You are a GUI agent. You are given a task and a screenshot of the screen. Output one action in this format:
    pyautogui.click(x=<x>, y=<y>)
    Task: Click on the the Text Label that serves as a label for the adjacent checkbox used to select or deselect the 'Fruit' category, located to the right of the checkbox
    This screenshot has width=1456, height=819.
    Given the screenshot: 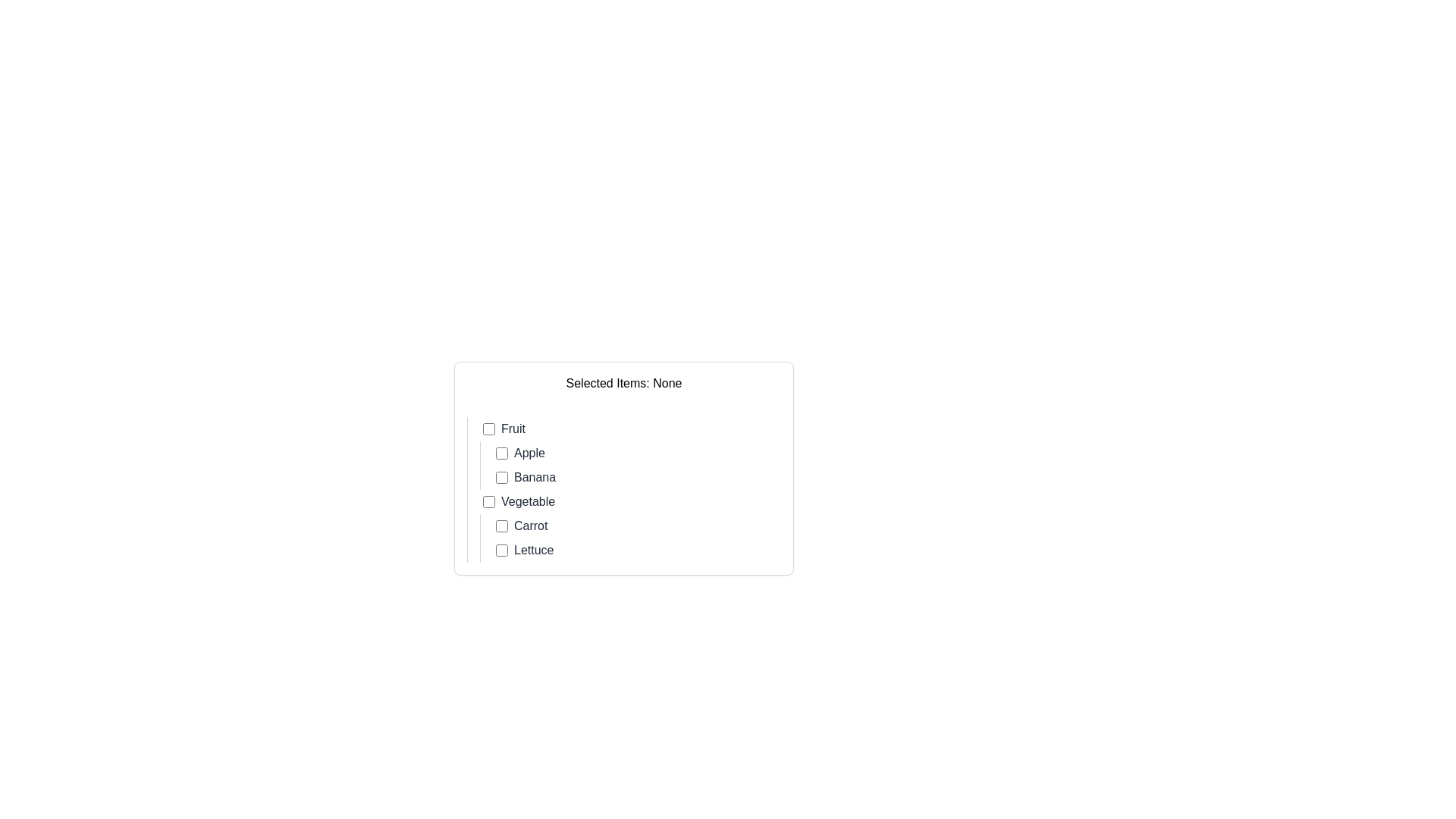 What is the action you would take?
    pyautogui.click(x=513, y=429)
    